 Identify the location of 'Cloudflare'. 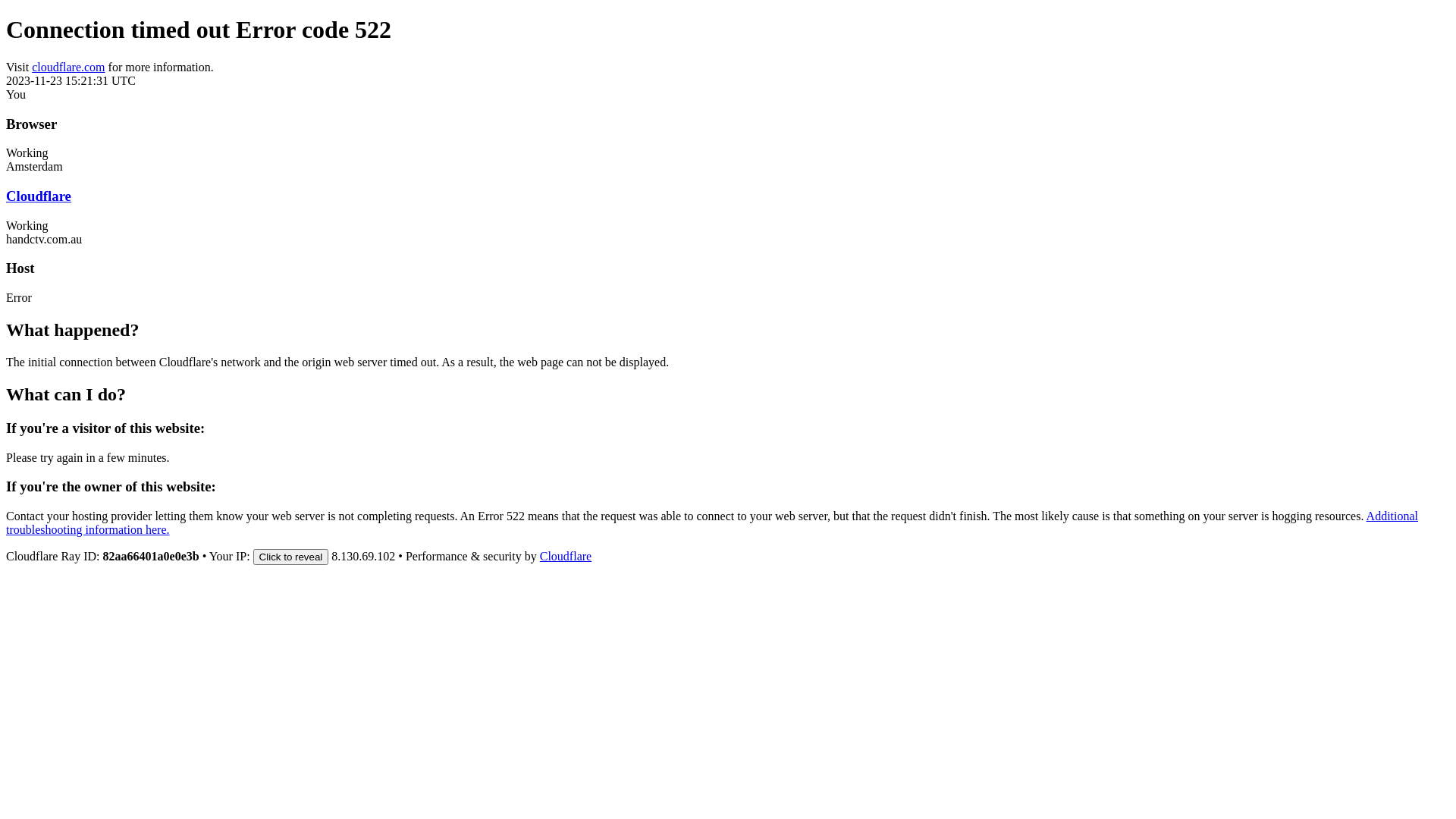
(564, 556).